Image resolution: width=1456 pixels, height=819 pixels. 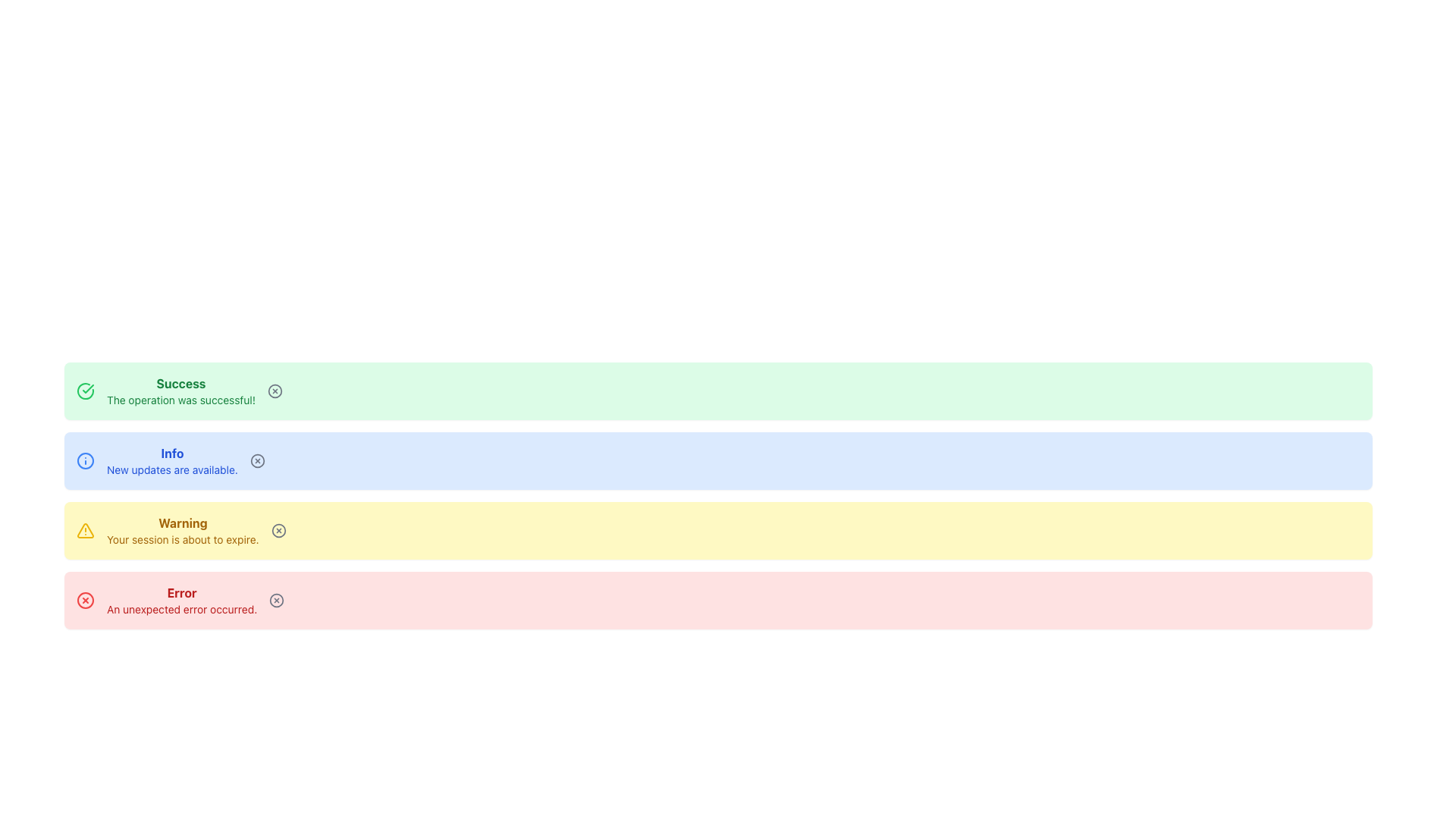 I want to click on the small circle SVG component, which represents the close action within the 'Info' notification section, so click(x=257, y=460).